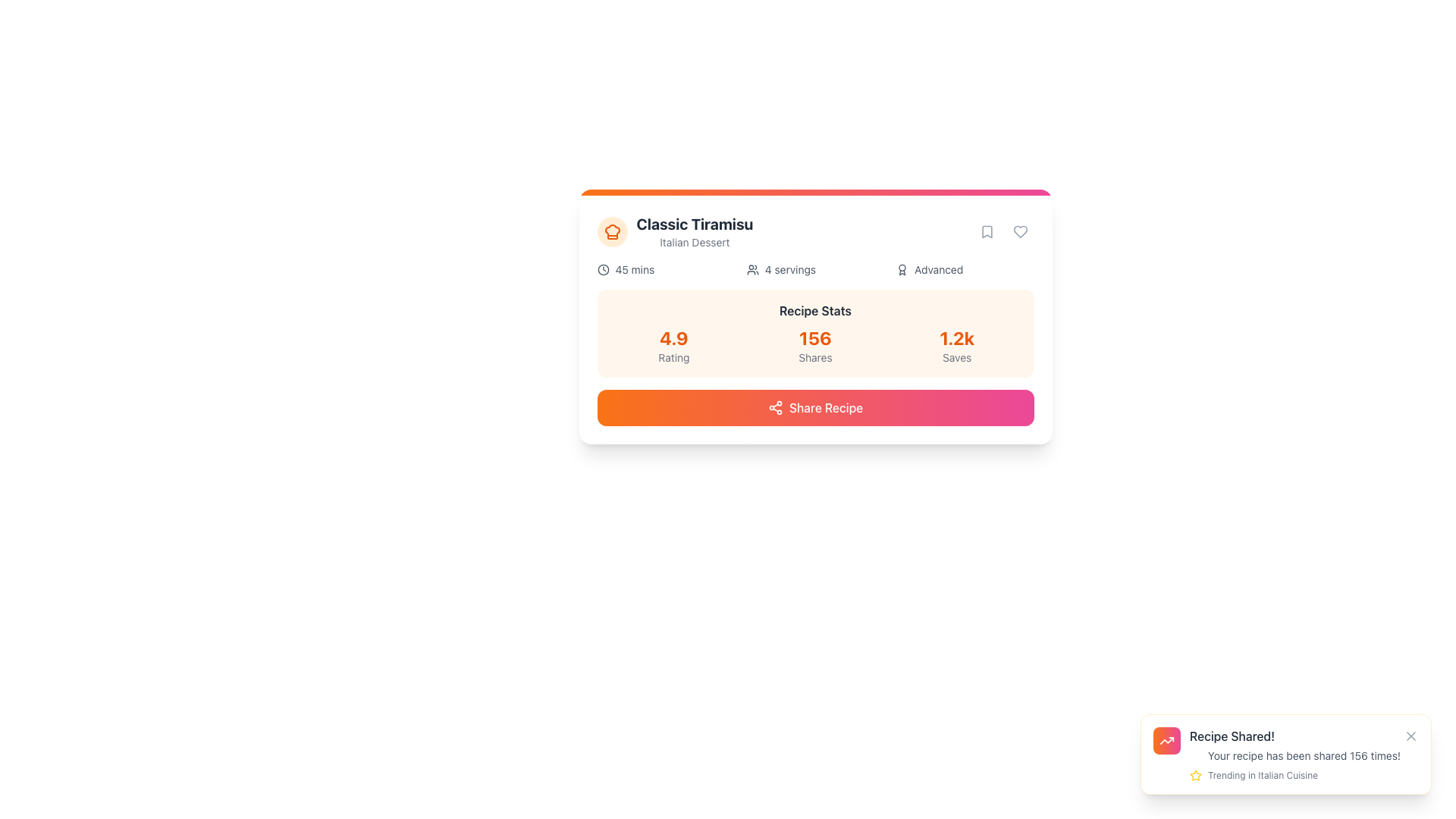 This screenshot has height=819, width=1456. Describe the element at coordinates (814, 268) in the screenshot. I see `the textual data display element providing metadata about the recipe 'Classic Tiramisu', located in the mid-upper section of the card layout` at that location.